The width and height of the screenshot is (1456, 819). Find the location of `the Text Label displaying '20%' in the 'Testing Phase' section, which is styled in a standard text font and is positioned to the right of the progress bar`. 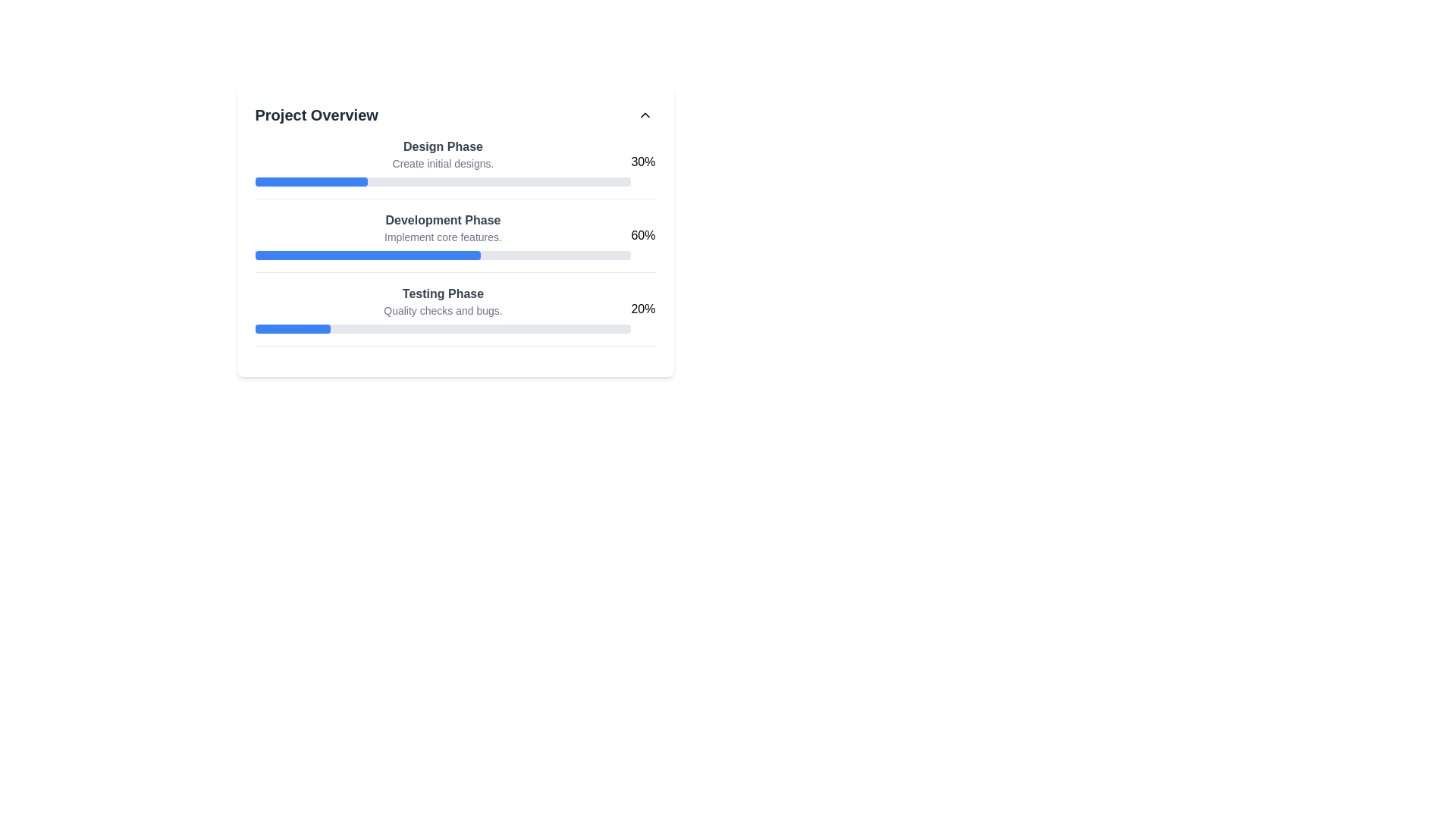

the Text Label displaying '20%' in the 'Testing Phase' section, which is styled in a standard text font and is positioned to the right of the progress bar is located at coordinates (643, 308).